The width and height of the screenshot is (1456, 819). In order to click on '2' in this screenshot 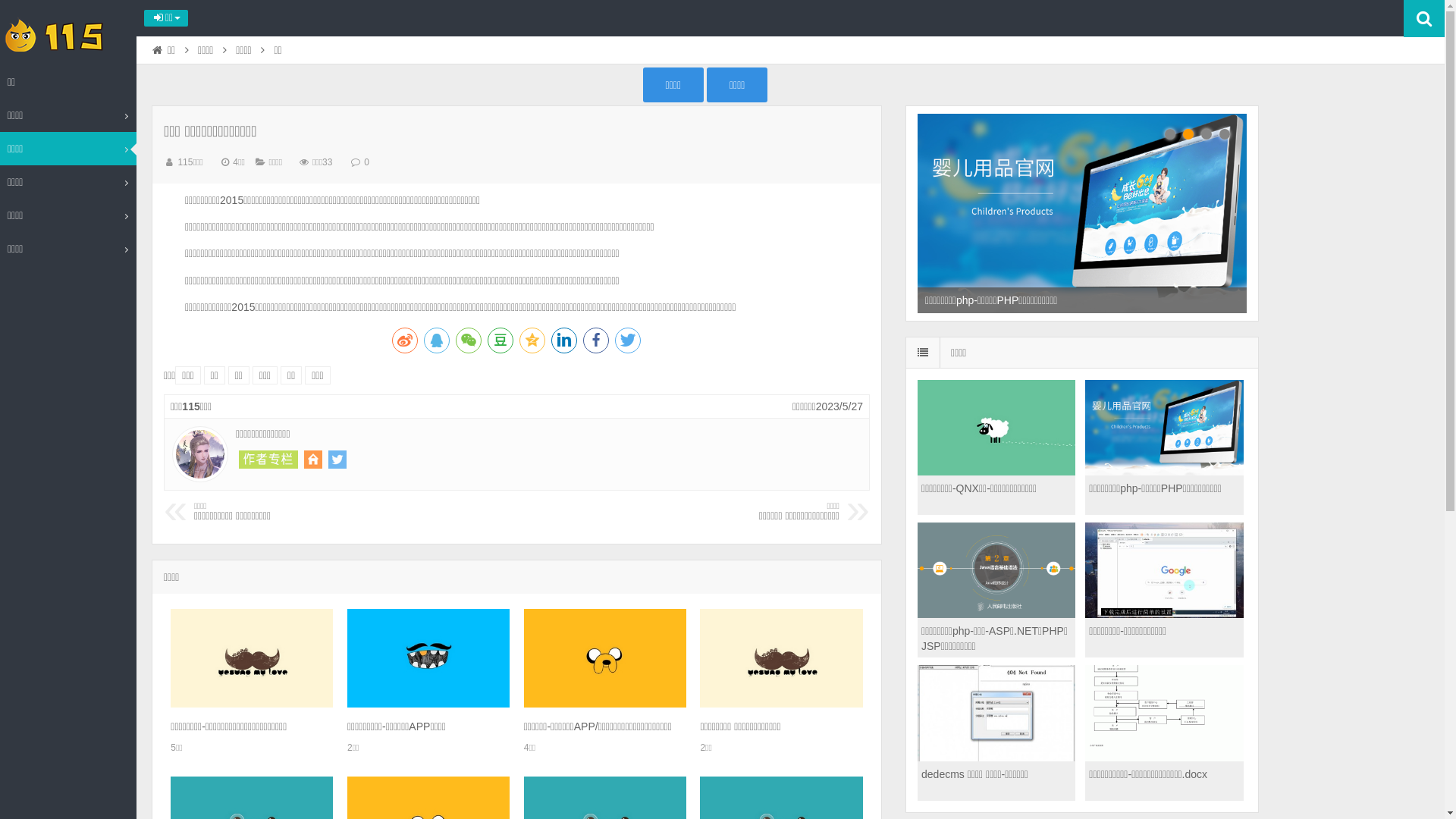, I will do `click(1187, 133)`.